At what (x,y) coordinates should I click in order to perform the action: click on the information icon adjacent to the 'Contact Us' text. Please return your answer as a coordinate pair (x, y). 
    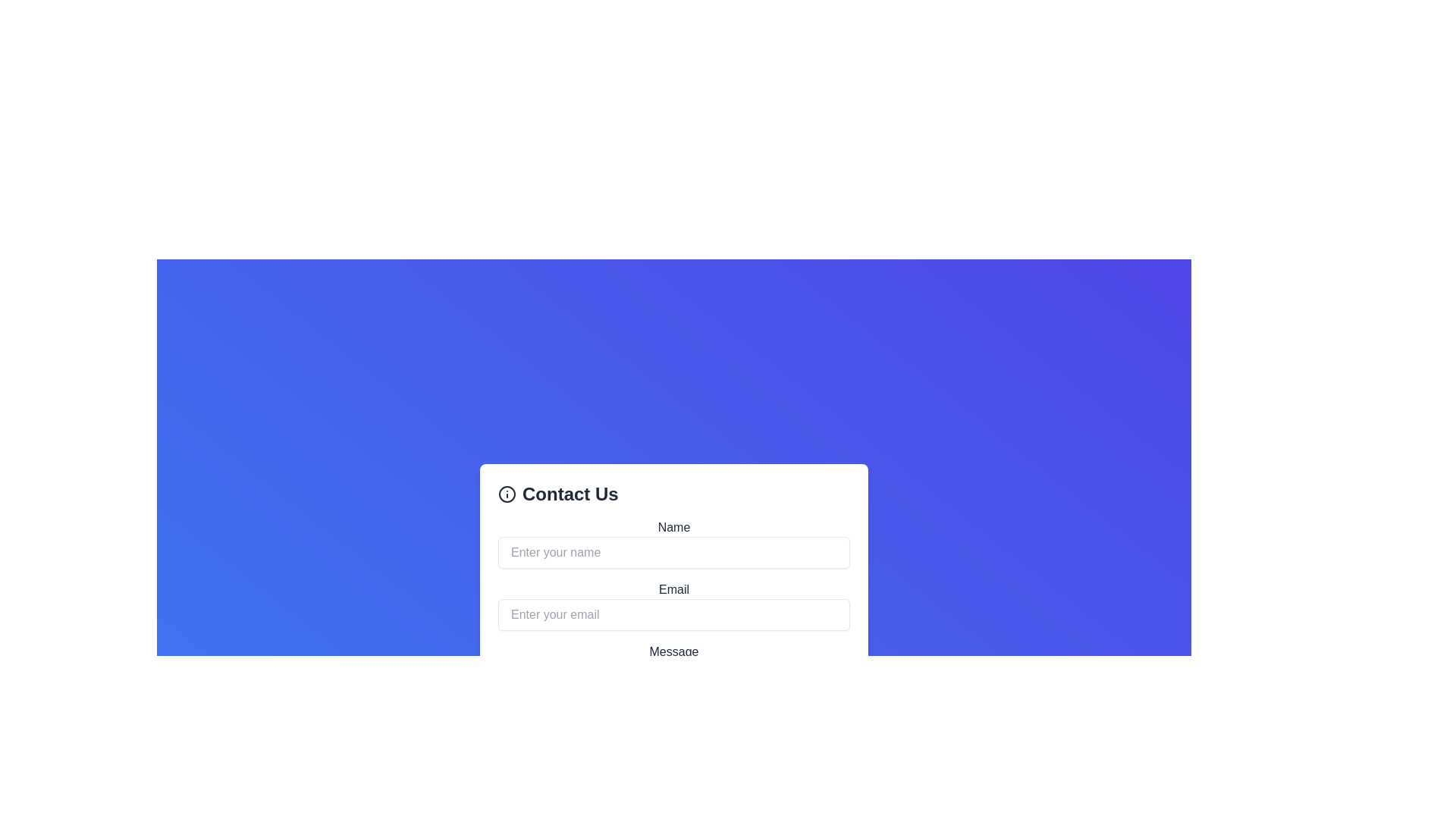
    Looking at the image, I should click on (507, 494).